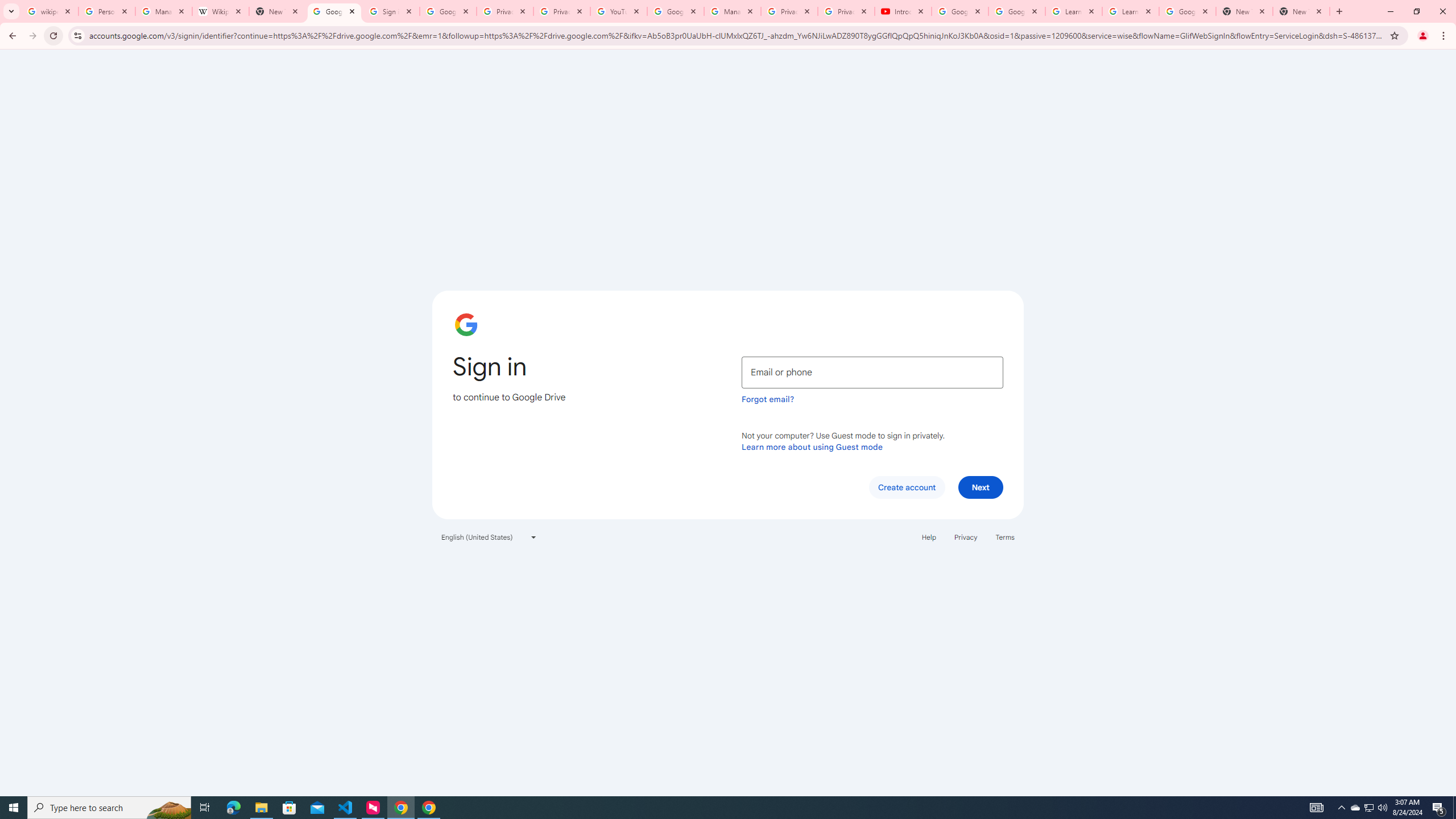 This screenshot has width=1456, height=819. What do you see at coordinates (981, 486) in the screenshot?
I see `'Next'` at bounding box center [981, 486].